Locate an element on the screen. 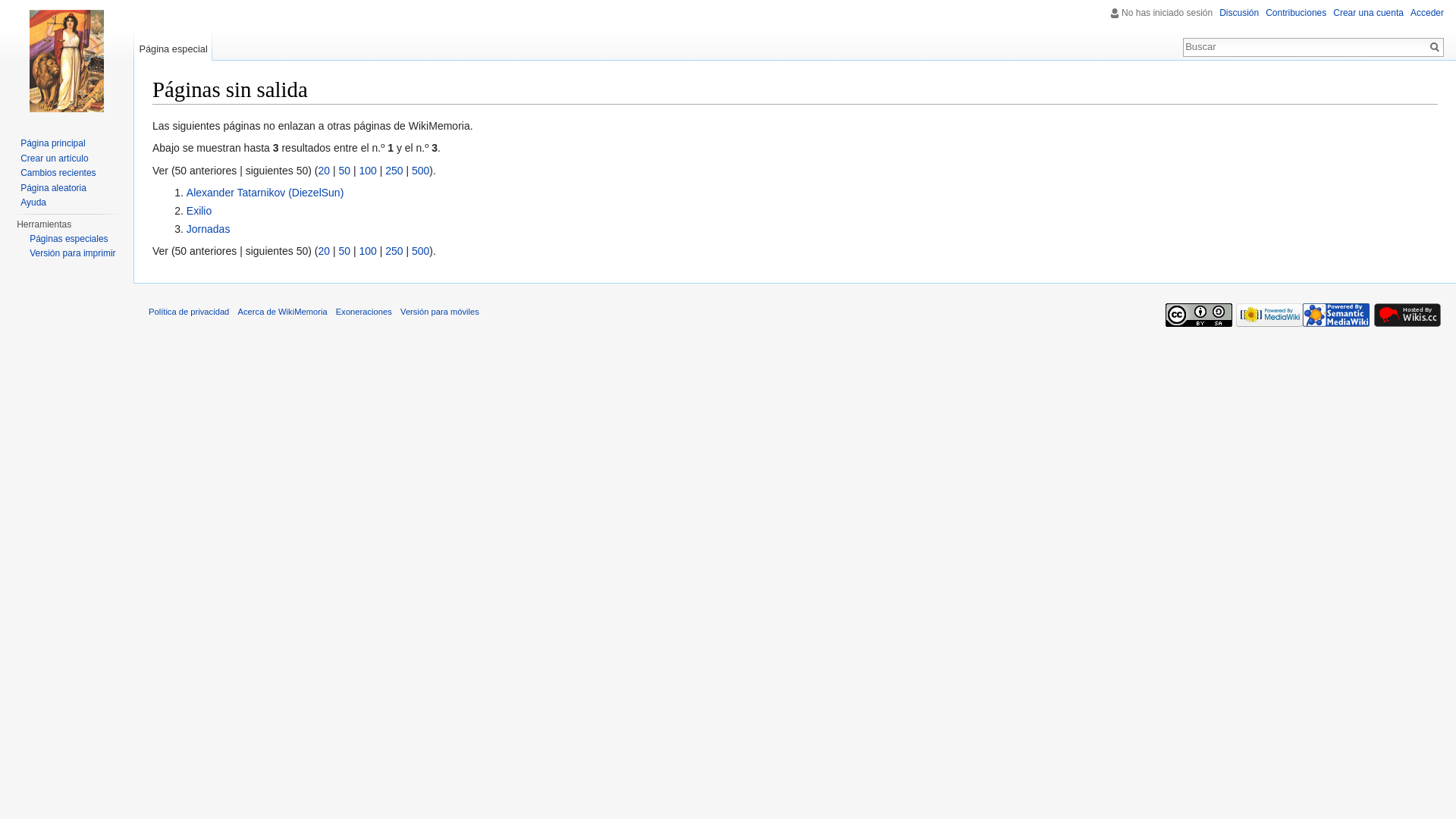  'Buscar en WikiMemoria [alt-shift-f]' is located at coordinates (1304, 45).